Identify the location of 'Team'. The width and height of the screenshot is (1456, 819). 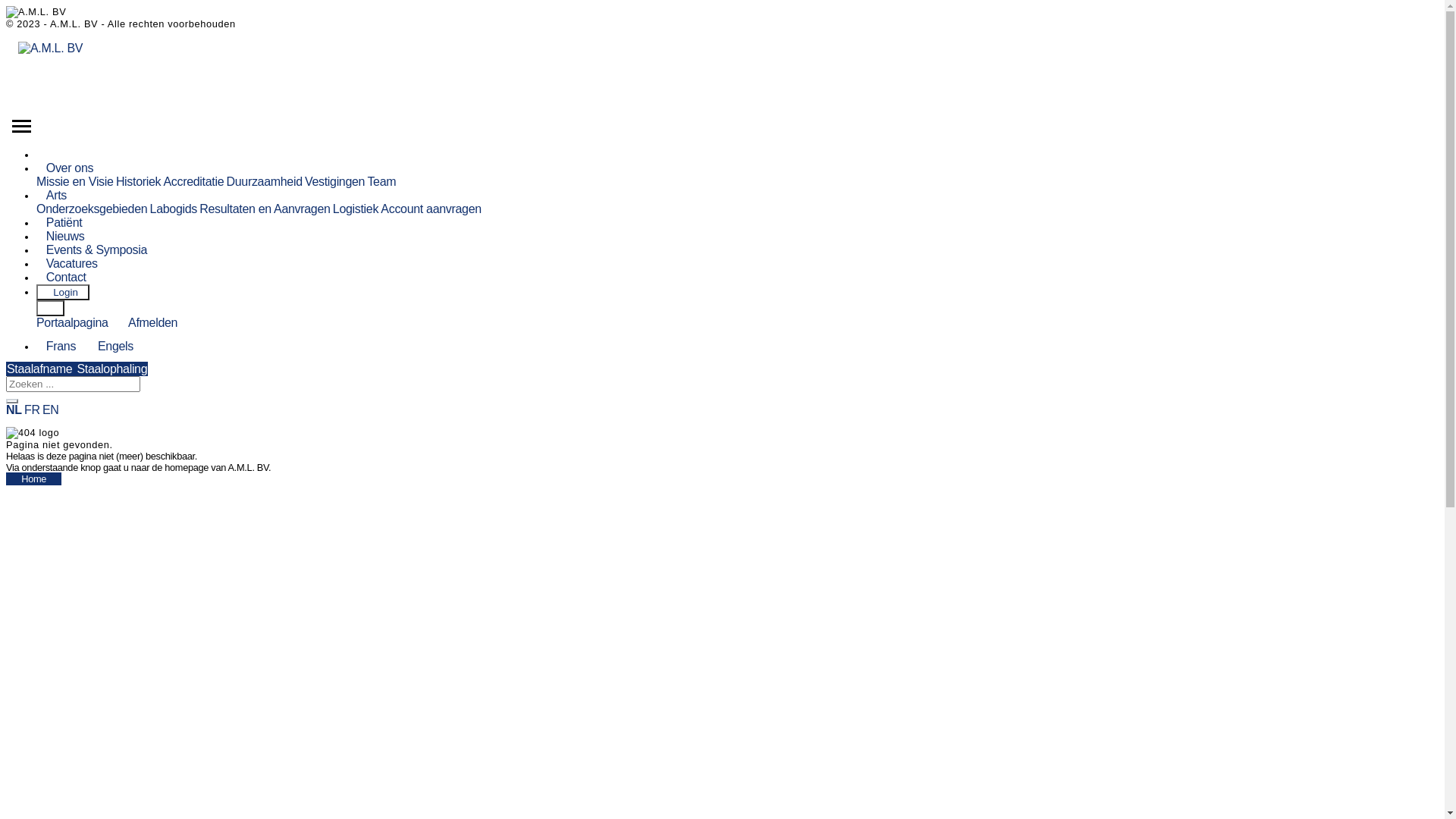
(381, 180).